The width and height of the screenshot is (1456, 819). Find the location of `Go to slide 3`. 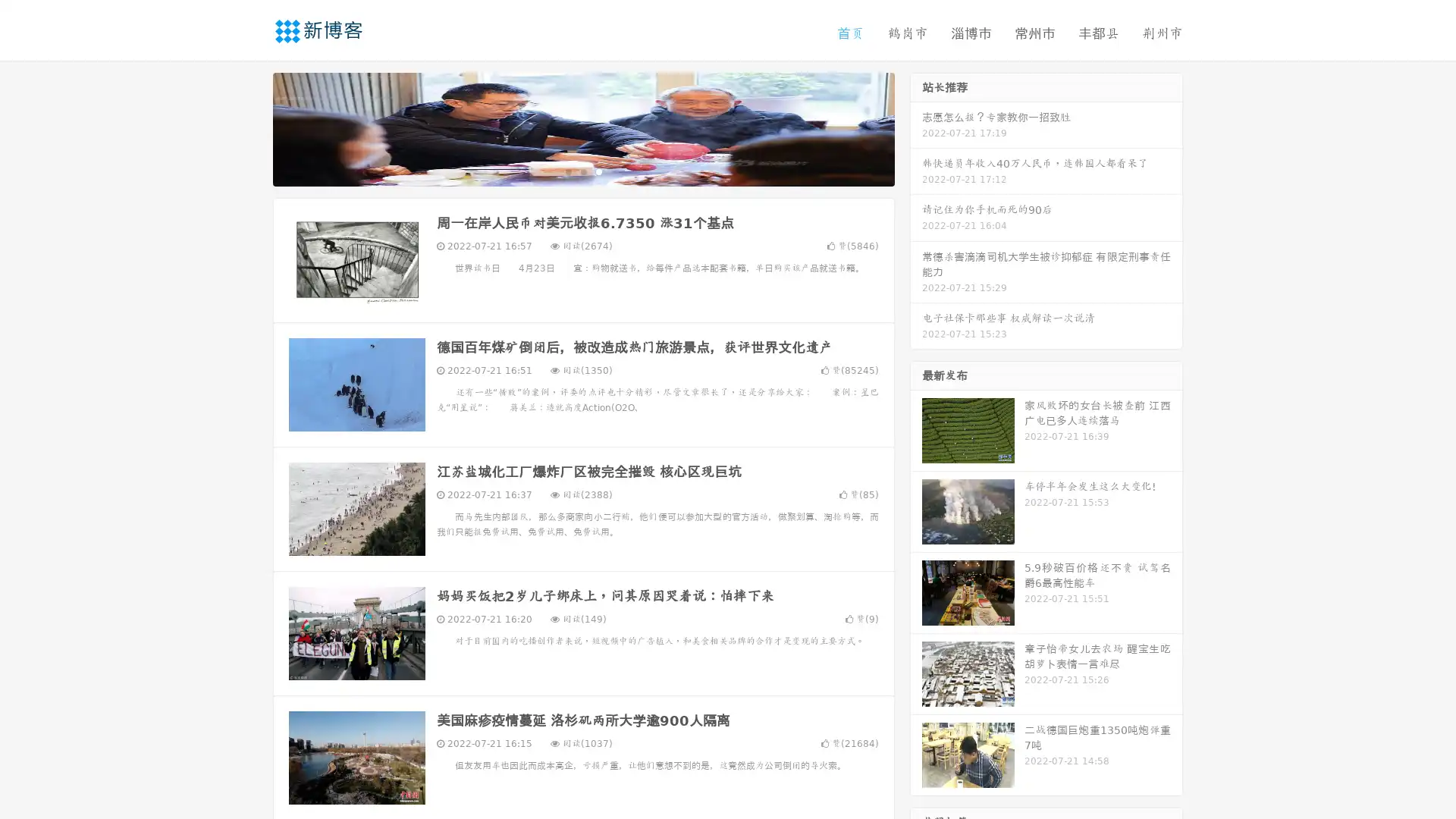

Go to slide 3 is located at coordinates (598, 171).